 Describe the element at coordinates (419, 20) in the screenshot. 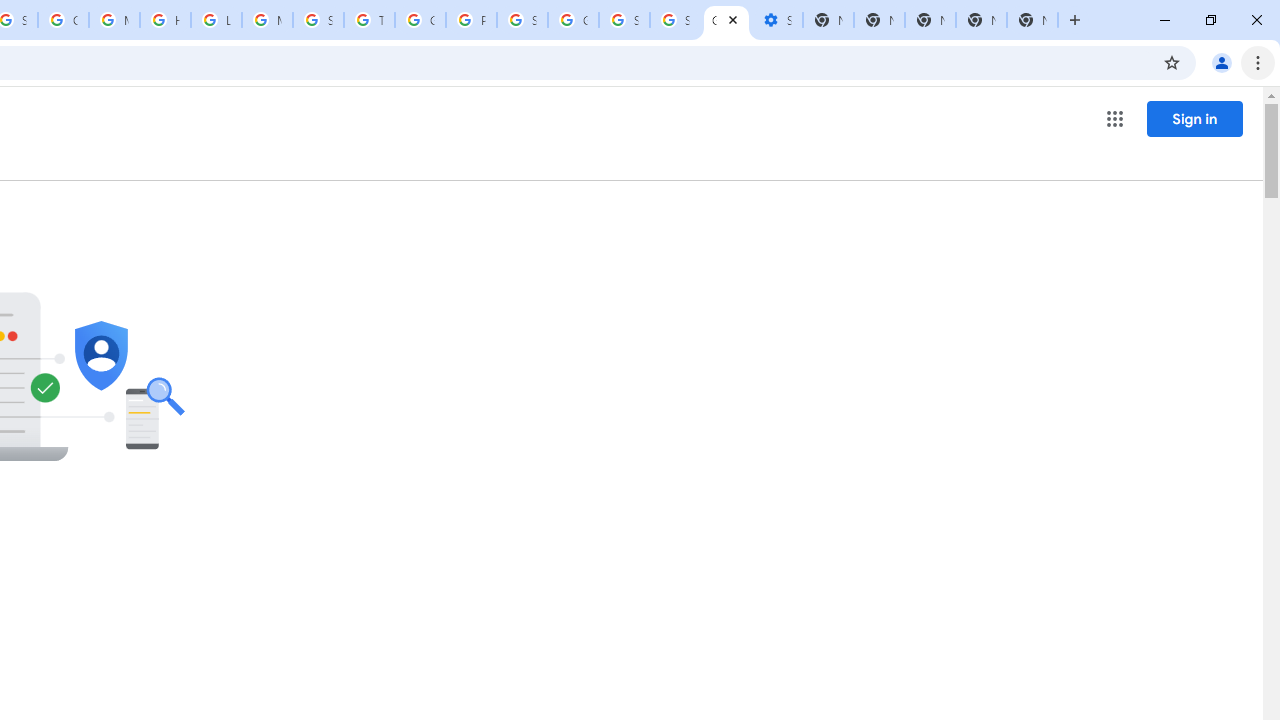

I see `'Google Ads - Sign in'` at that location.